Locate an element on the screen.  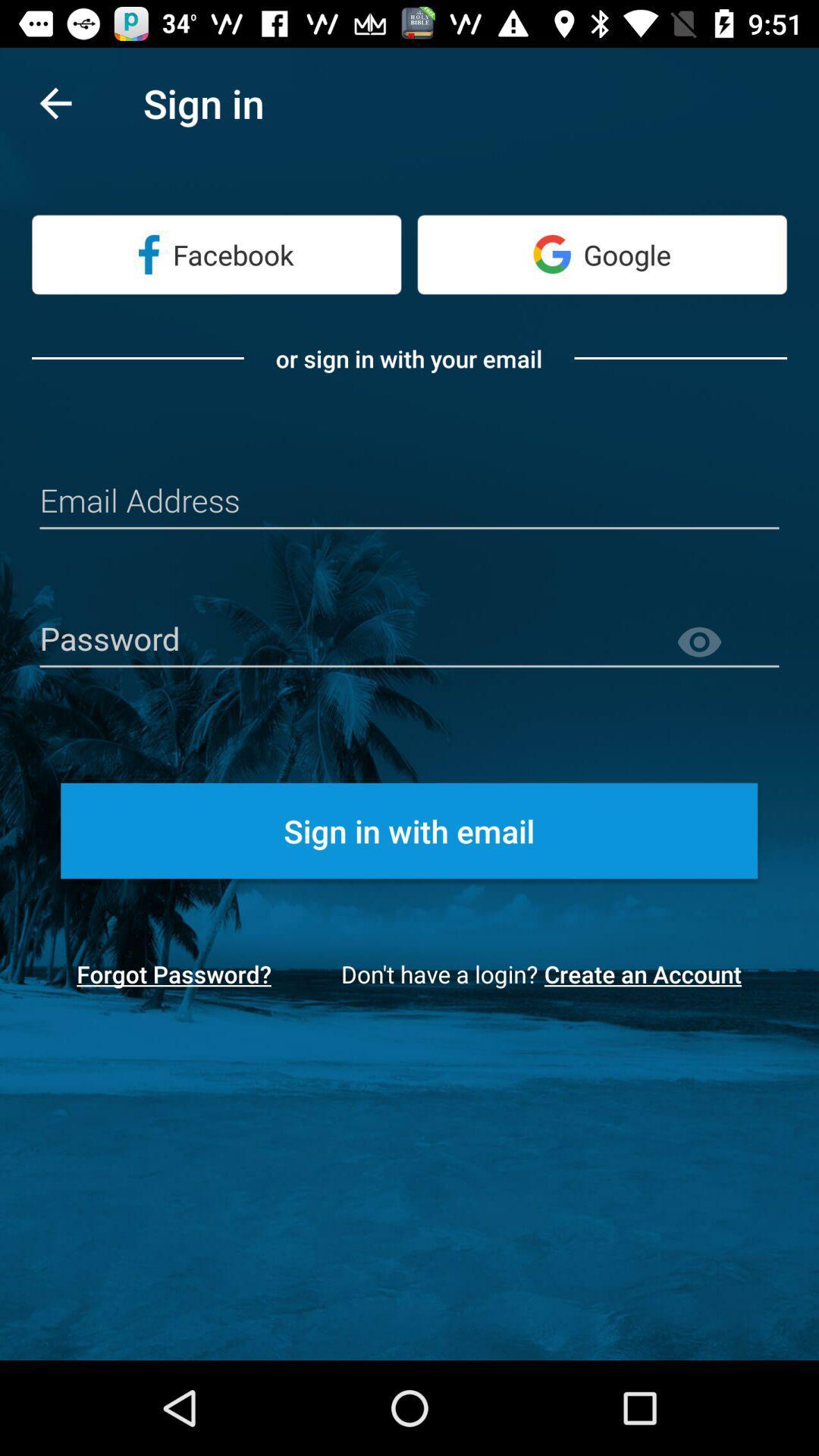
the create an account is located at coordinates (648, 974).